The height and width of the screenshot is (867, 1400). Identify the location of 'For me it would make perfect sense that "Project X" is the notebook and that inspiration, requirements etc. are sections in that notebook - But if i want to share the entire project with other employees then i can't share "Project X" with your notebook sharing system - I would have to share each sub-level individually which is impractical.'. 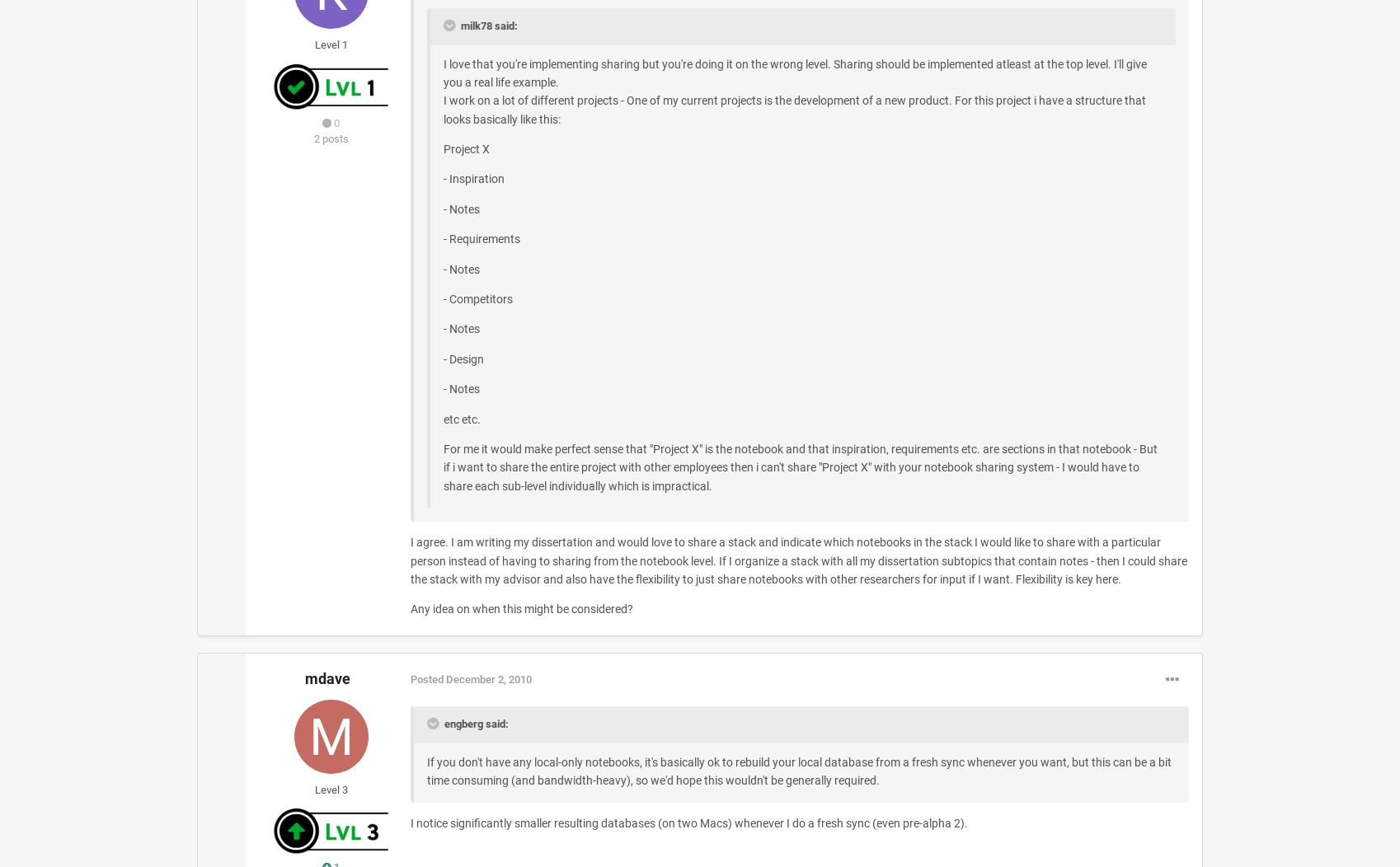
(799, 467).